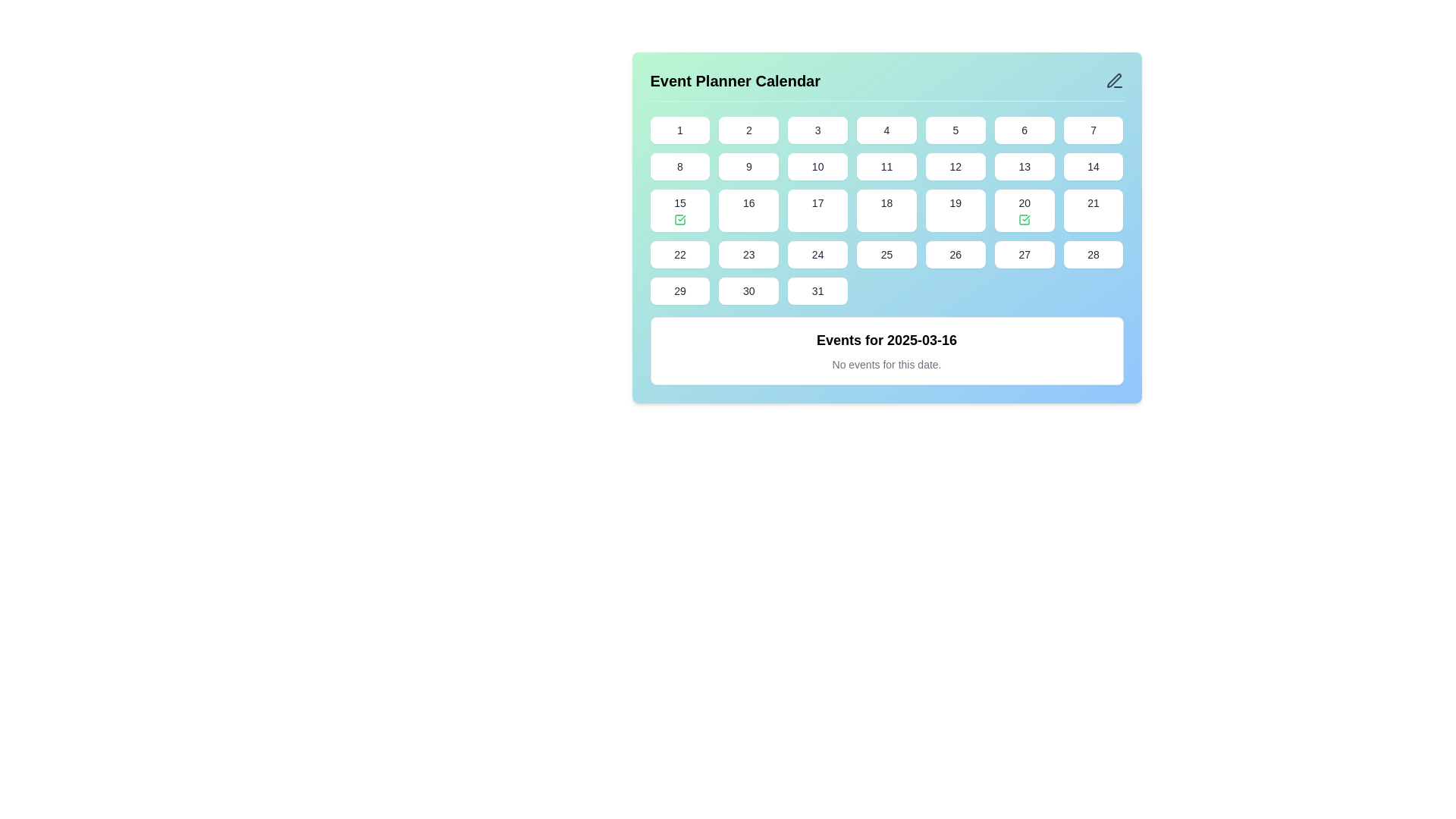 This screenshot has width=1456, height=819. I want to click on the Informational Section that contains the header 'Events for 2025-03-16' and the text 'No events for this date.', so click(886, 350).